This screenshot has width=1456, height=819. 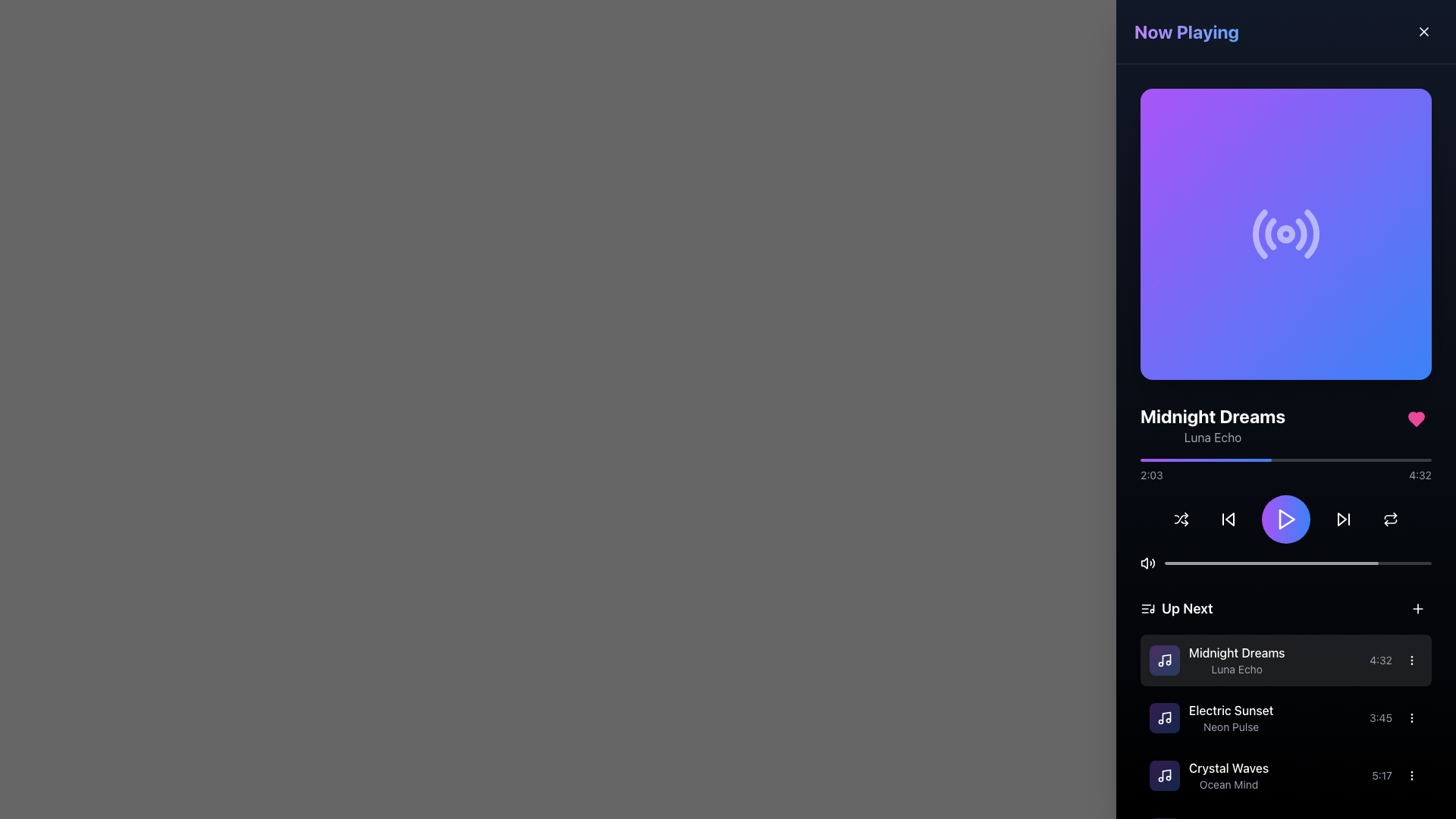 I want to click on the skip-backward icon located within the Now Playing section, so click(x=1230, y=519).